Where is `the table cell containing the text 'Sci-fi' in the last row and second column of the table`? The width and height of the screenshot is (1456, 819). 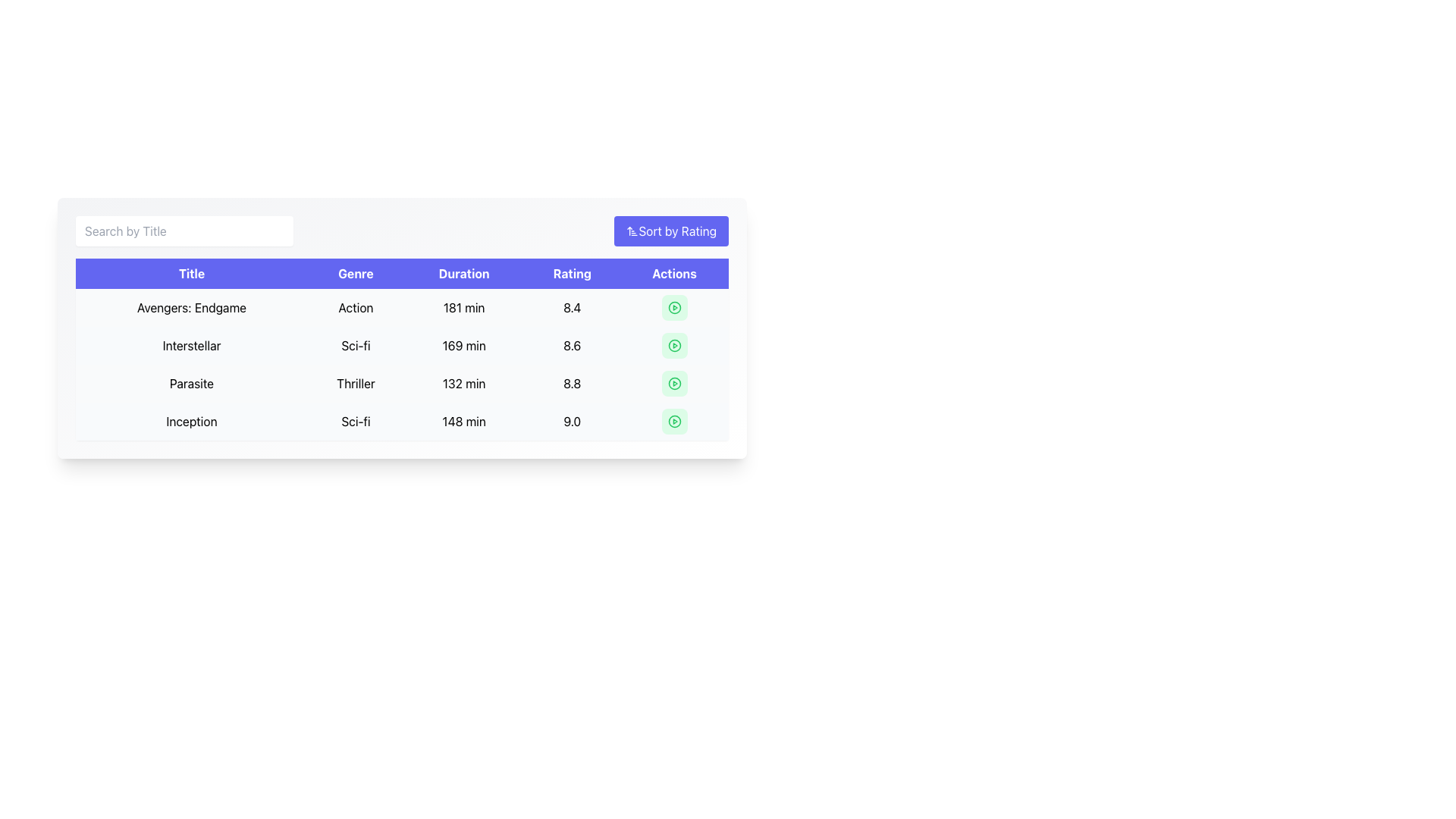
the table cell containing the text 'Sci-fi' in the last row and second column of the table is located at coordinates (355, 421).